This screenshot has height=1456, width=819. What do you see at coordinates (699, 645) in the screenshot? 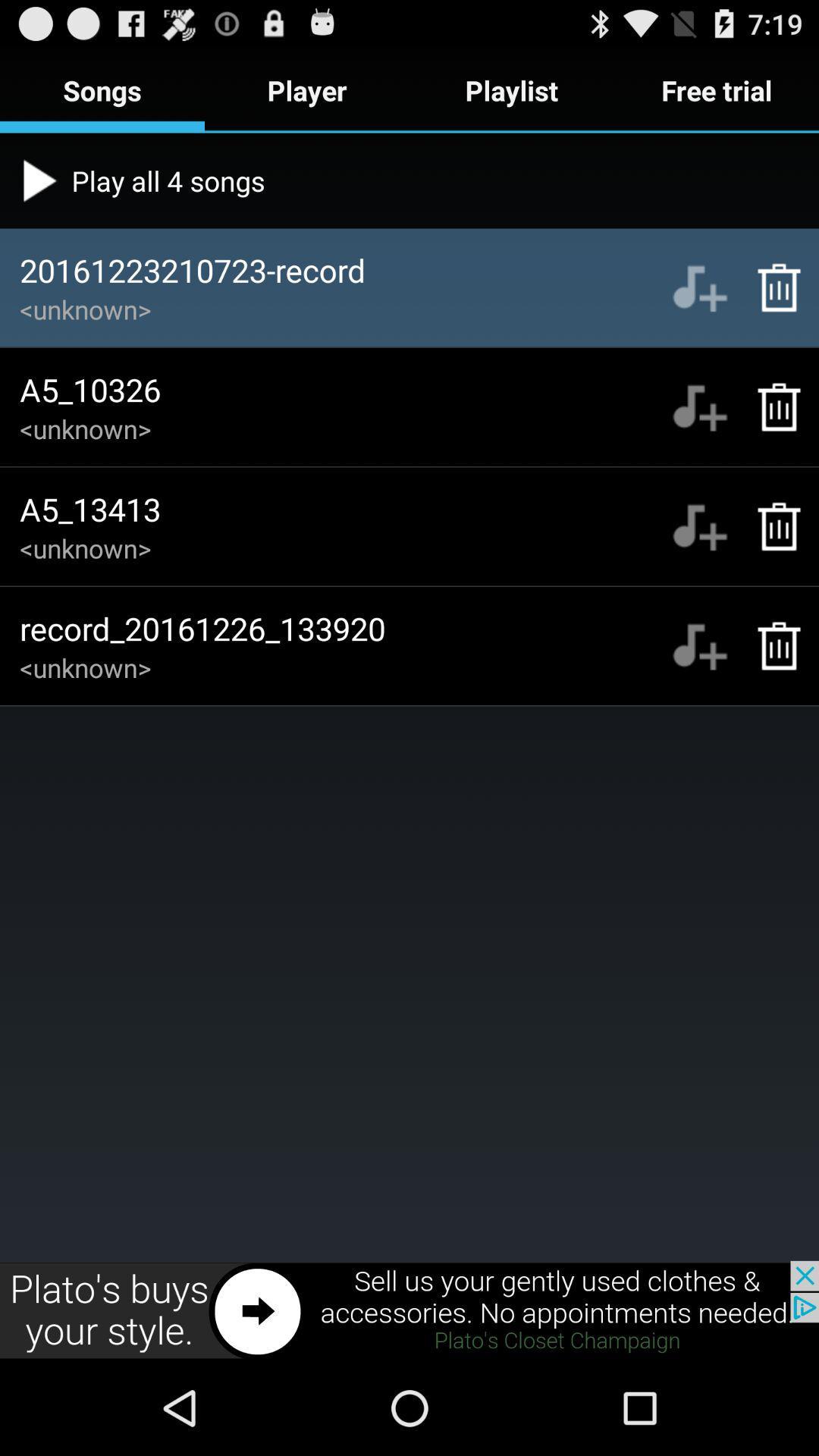
I see `to favorites` at bounding box center [699, 645].